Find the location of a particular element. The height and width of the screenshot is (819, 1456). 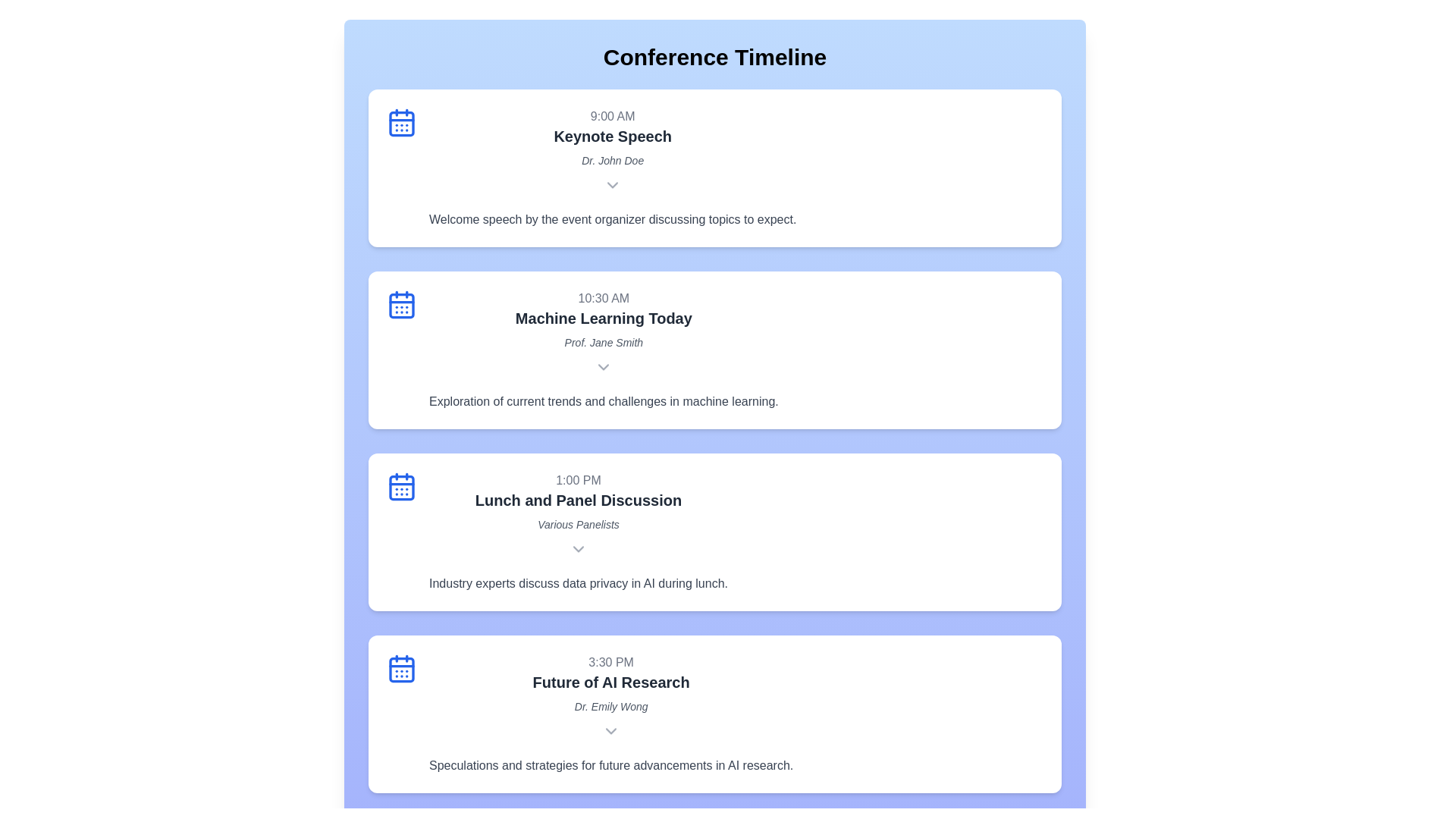

the chevron down icon located in the 'Lunch and Panel Discussion' event block, which is the third block from the top of the timeline, directly below the subtitle 'Various Panelists' is located at coordinates (578, 551).